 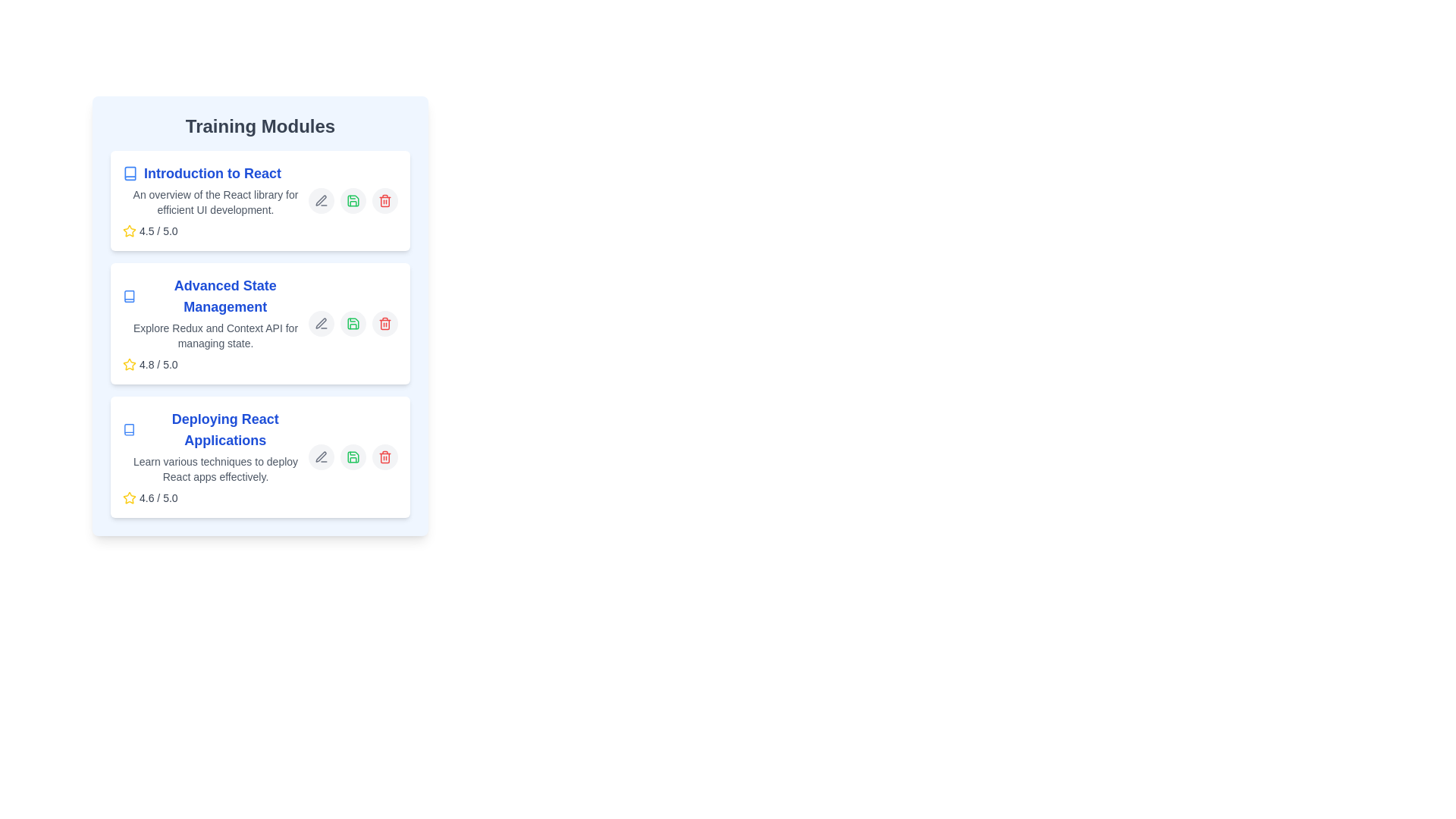 What do you see at coordinates (320, 456) in the screenshot?
I see `the small pencil-shaped edit icon located beside the title of the training module 'Deploying React Applications'` at bounding box center [320, 456].